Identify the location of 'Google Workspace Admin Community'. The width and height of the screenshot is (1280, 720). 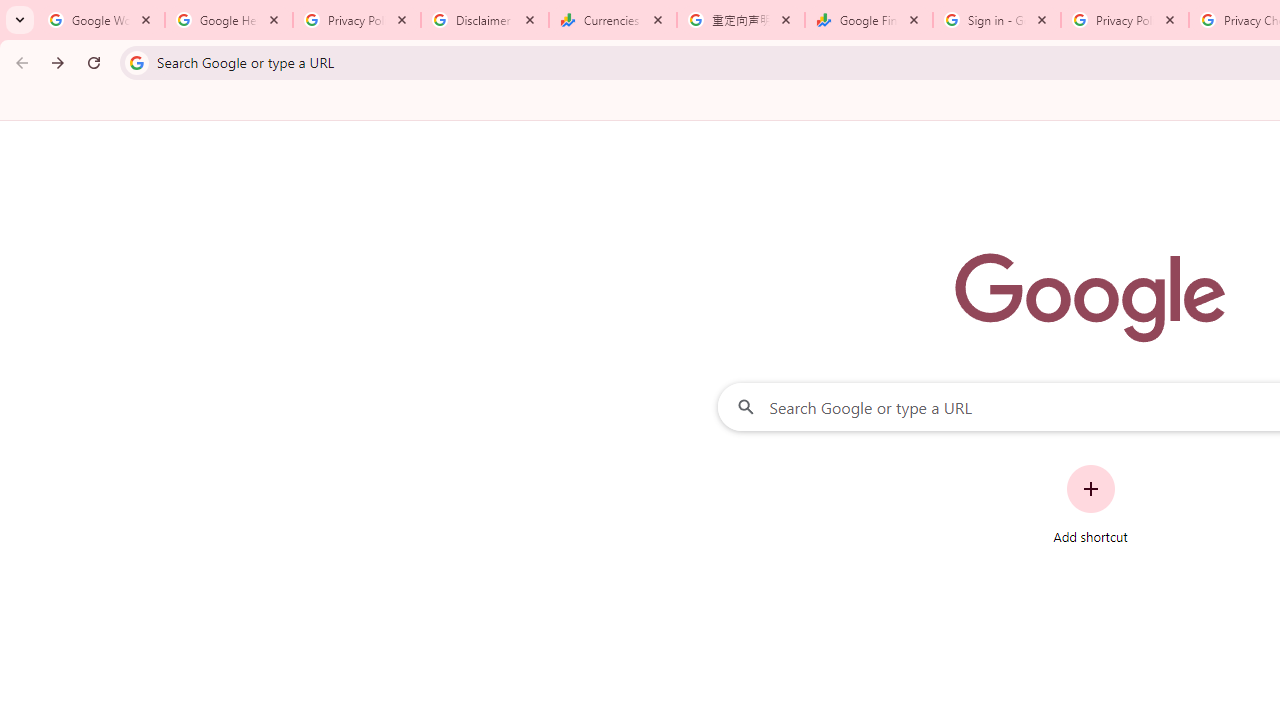
(100, 20).